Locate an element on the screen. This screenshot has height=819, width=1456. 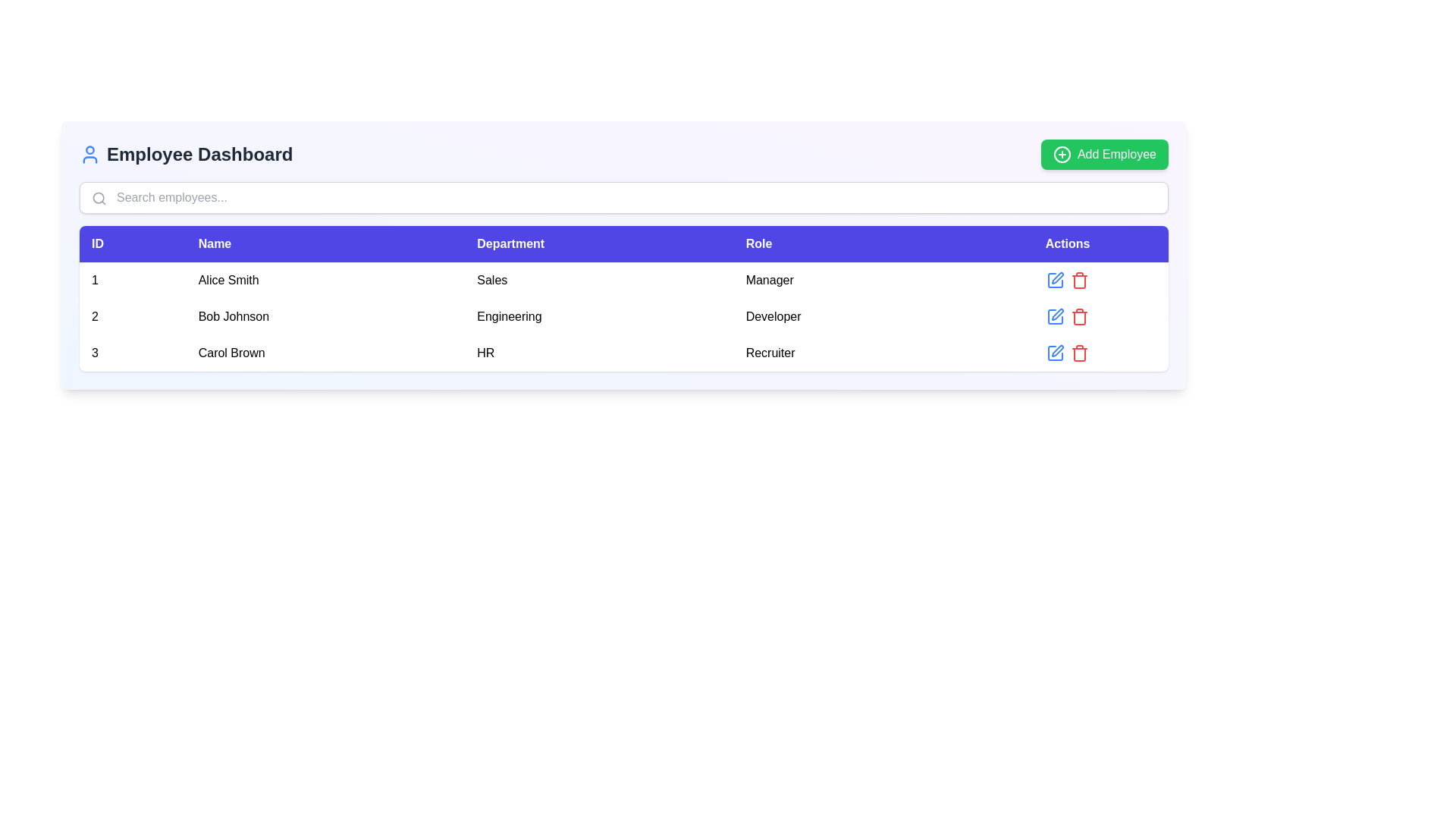
the user or profile icon located at the top-left area adjacent to the 'Employee Dashboard' text is located at coordinates (89, 155).